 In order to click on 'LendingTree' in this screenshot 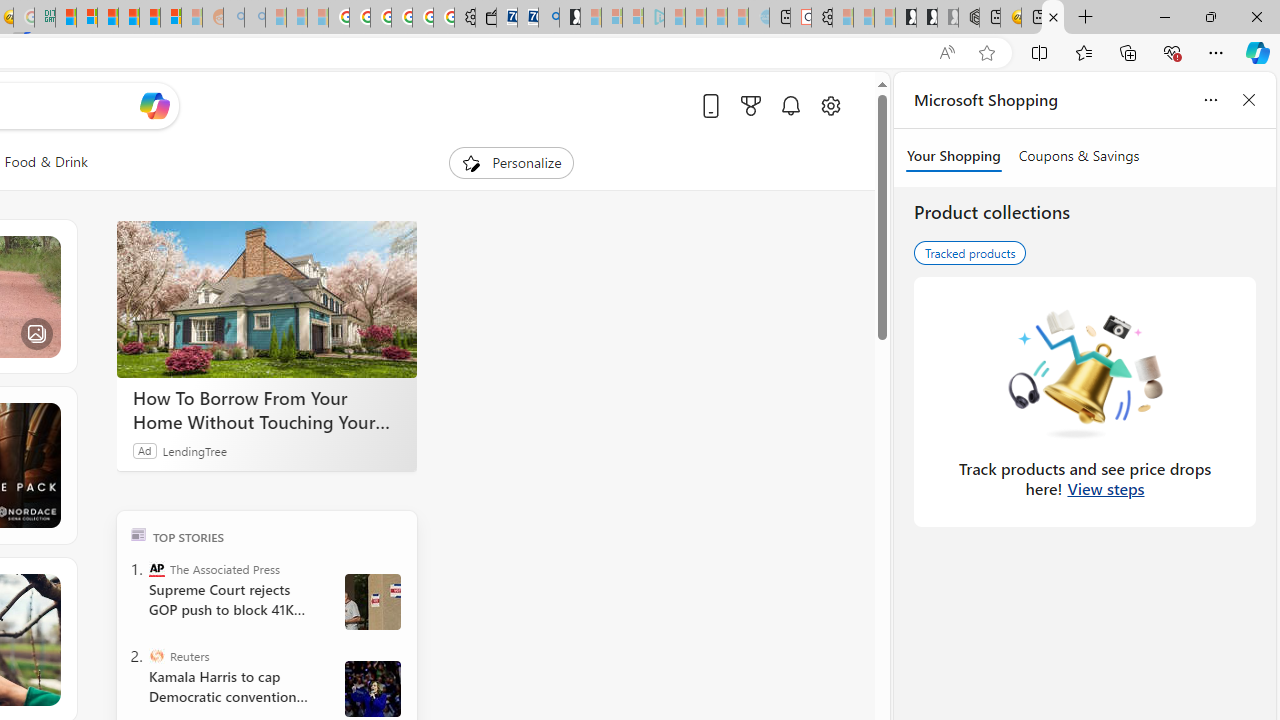, I will do `click(195, 450)`.